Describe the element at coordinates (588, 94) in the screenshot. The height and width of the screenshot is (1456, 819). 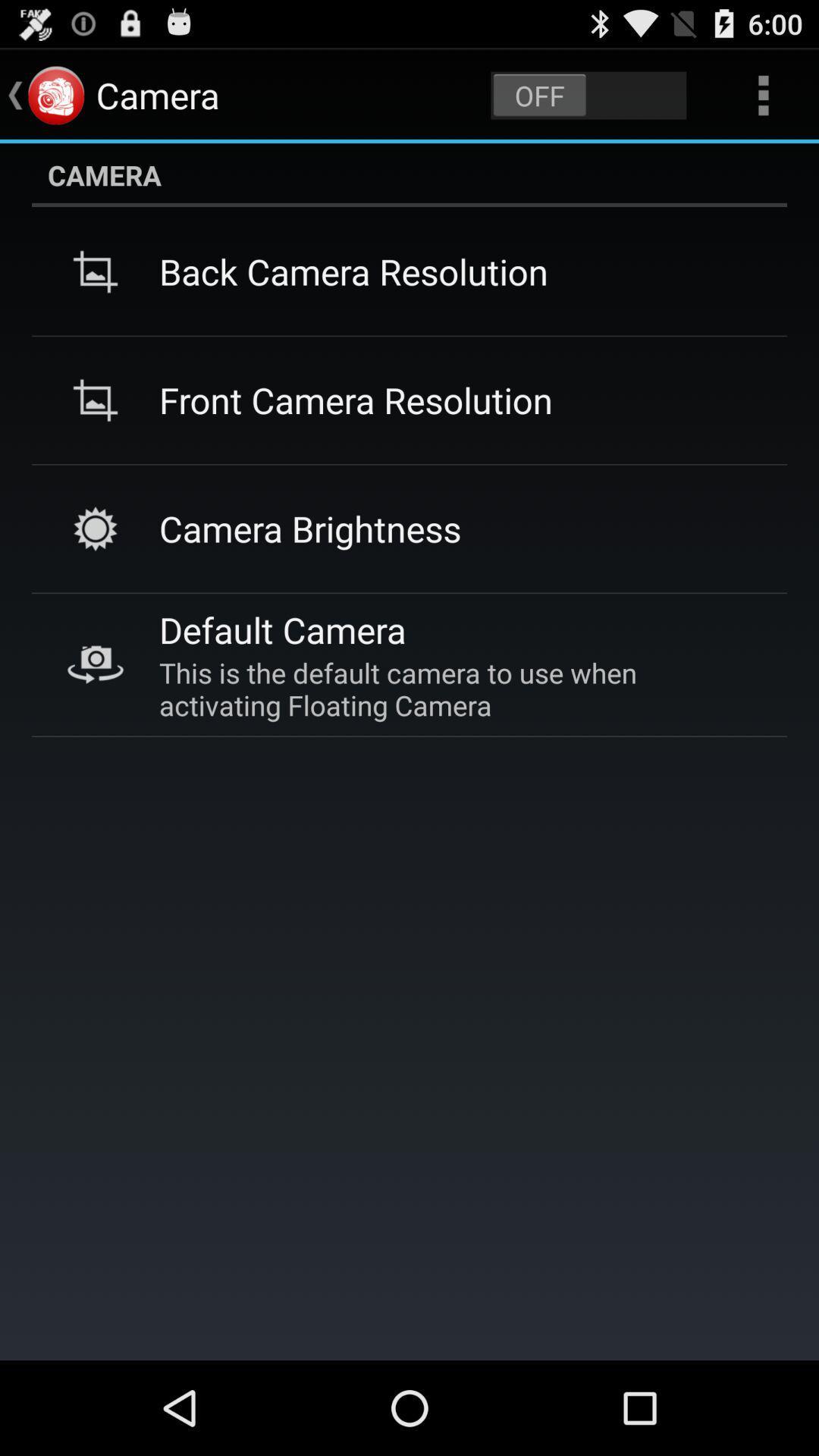
I see `camera off/on` at that location.